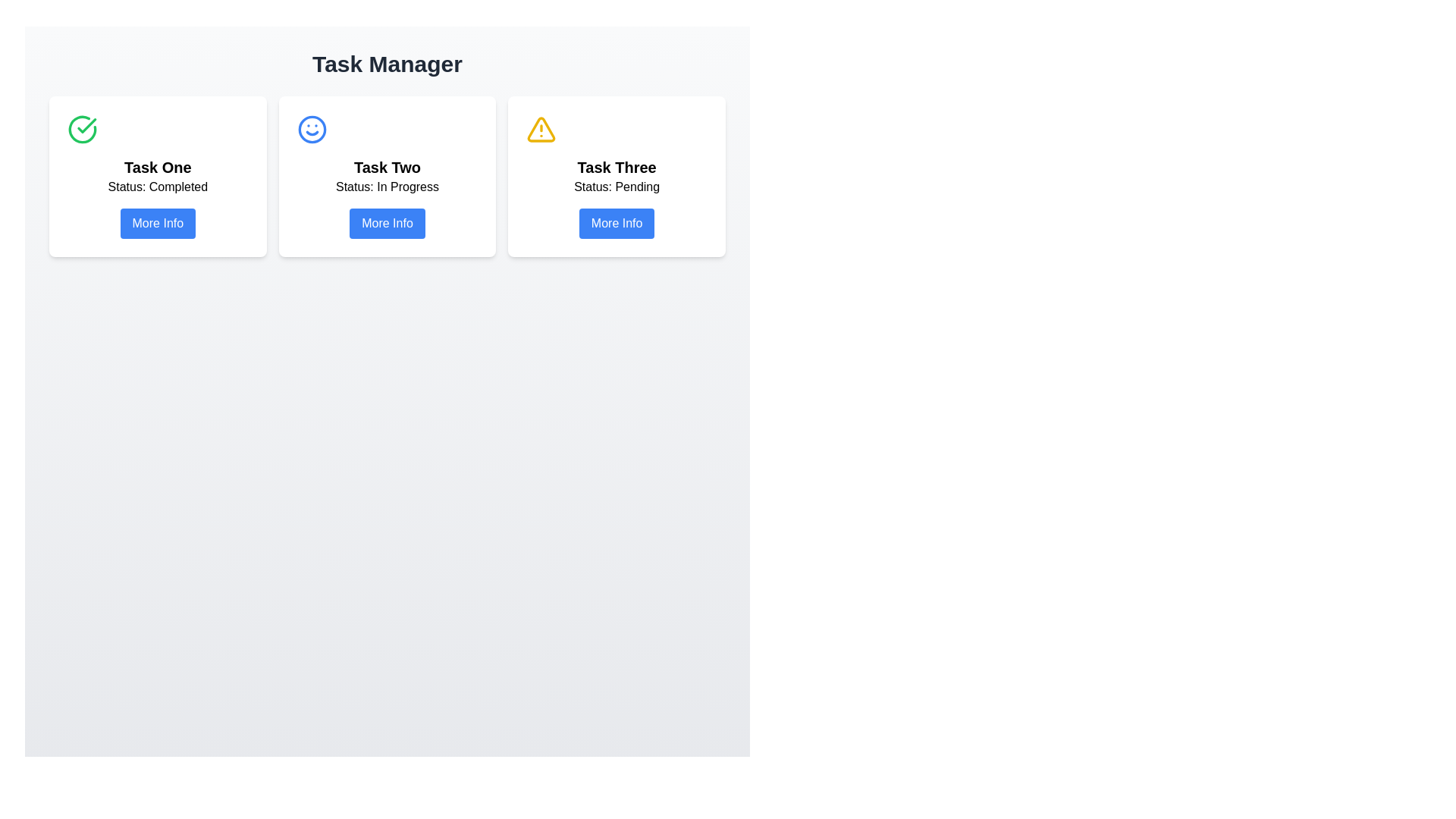  Describe the element at coordinates (541, 128) in the screenshot. I see `the warning icon located at the top-left corner of the 'Task Three' card, indicating an alert state for this task` at that location.